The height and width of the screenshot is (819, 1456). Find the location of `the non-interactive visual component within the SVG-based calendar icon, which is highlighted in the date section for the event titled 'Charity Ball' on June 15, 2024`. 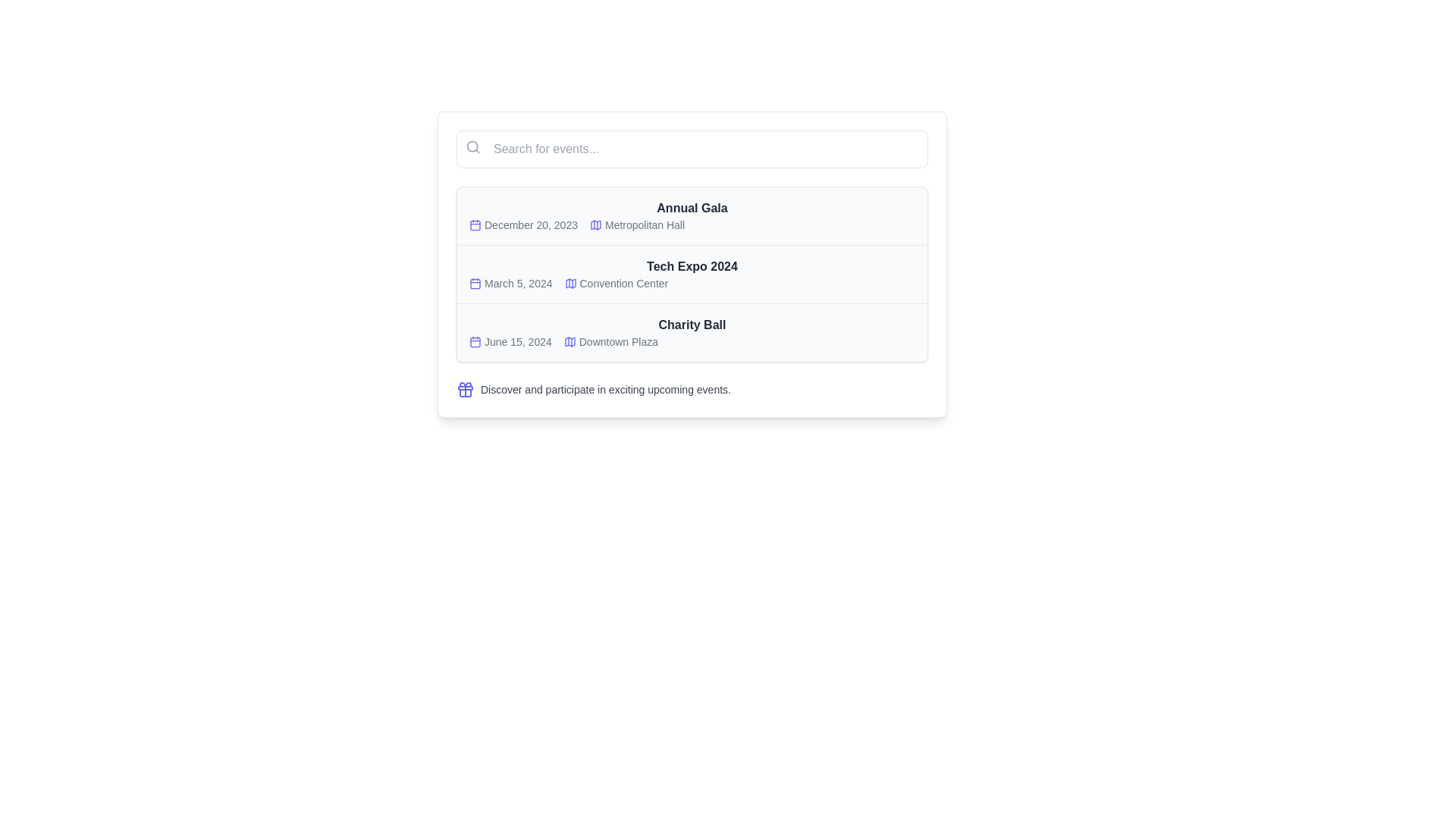

the non-interactive visual component within the SVG-based calendar icon, which is highlighted in the date section for the event titled 'Charity Ball' on June 15, 2024 is located at coordinates (475, 342).